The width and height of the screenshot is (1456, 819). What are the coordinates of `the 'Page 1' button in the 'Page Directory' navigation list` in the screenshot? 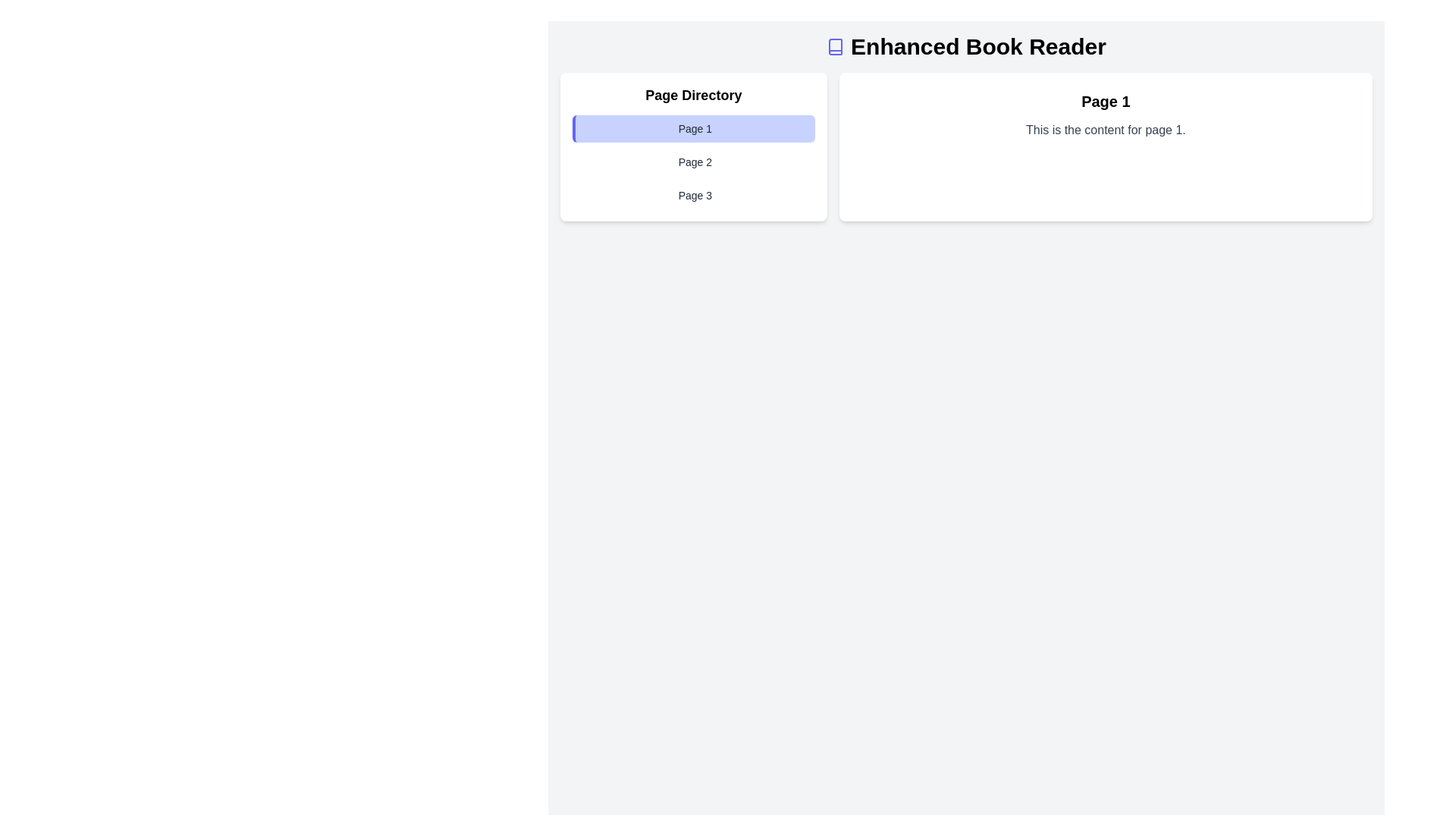 It's located at (692, 127).